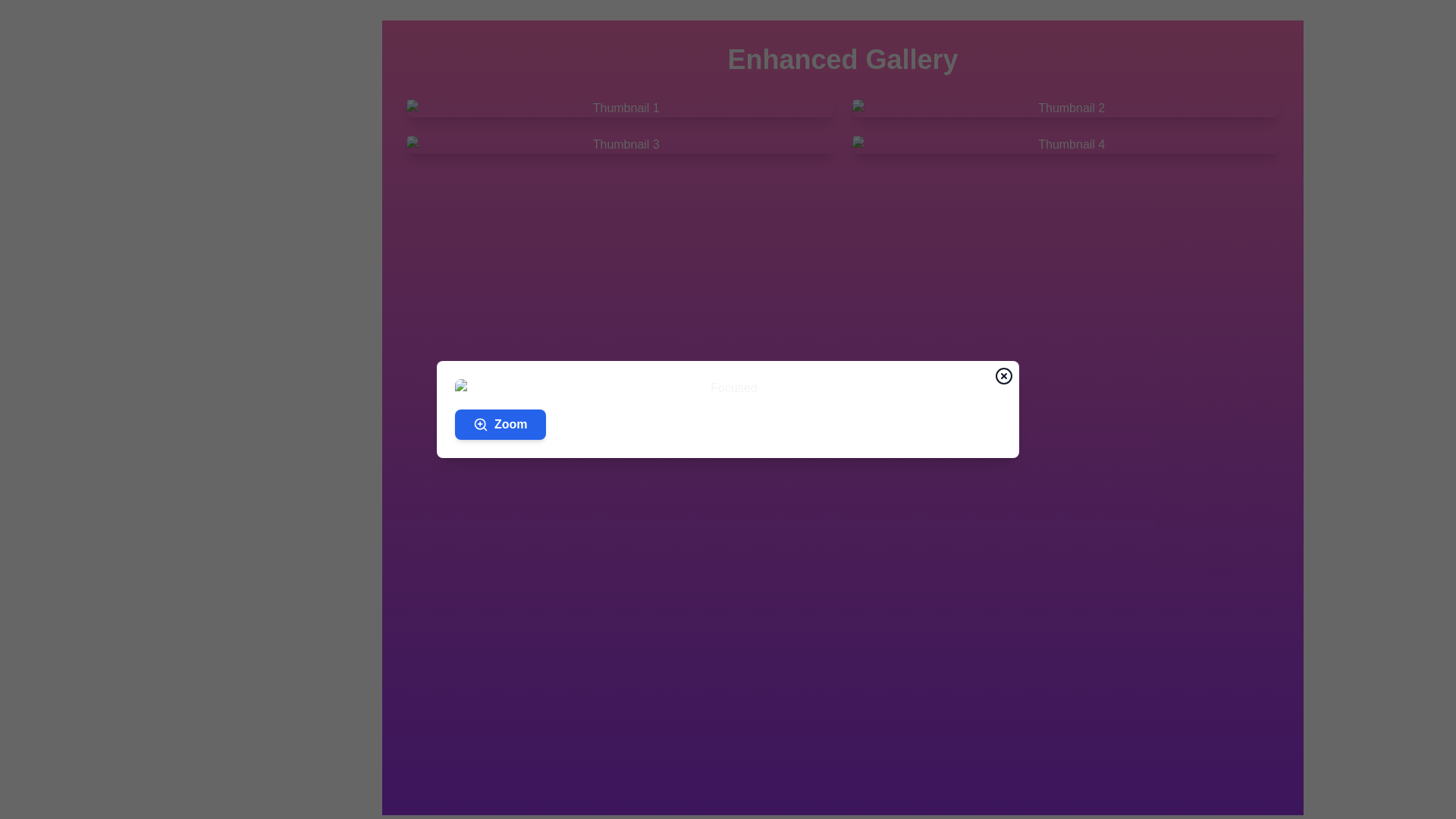 This screenshot has width=1456, height=819. Describe the element at coordinates (500, 424) in the screenshot. I see `the zoom button located in the bottom section of the white dialog box for accessibility navigation` at that location.